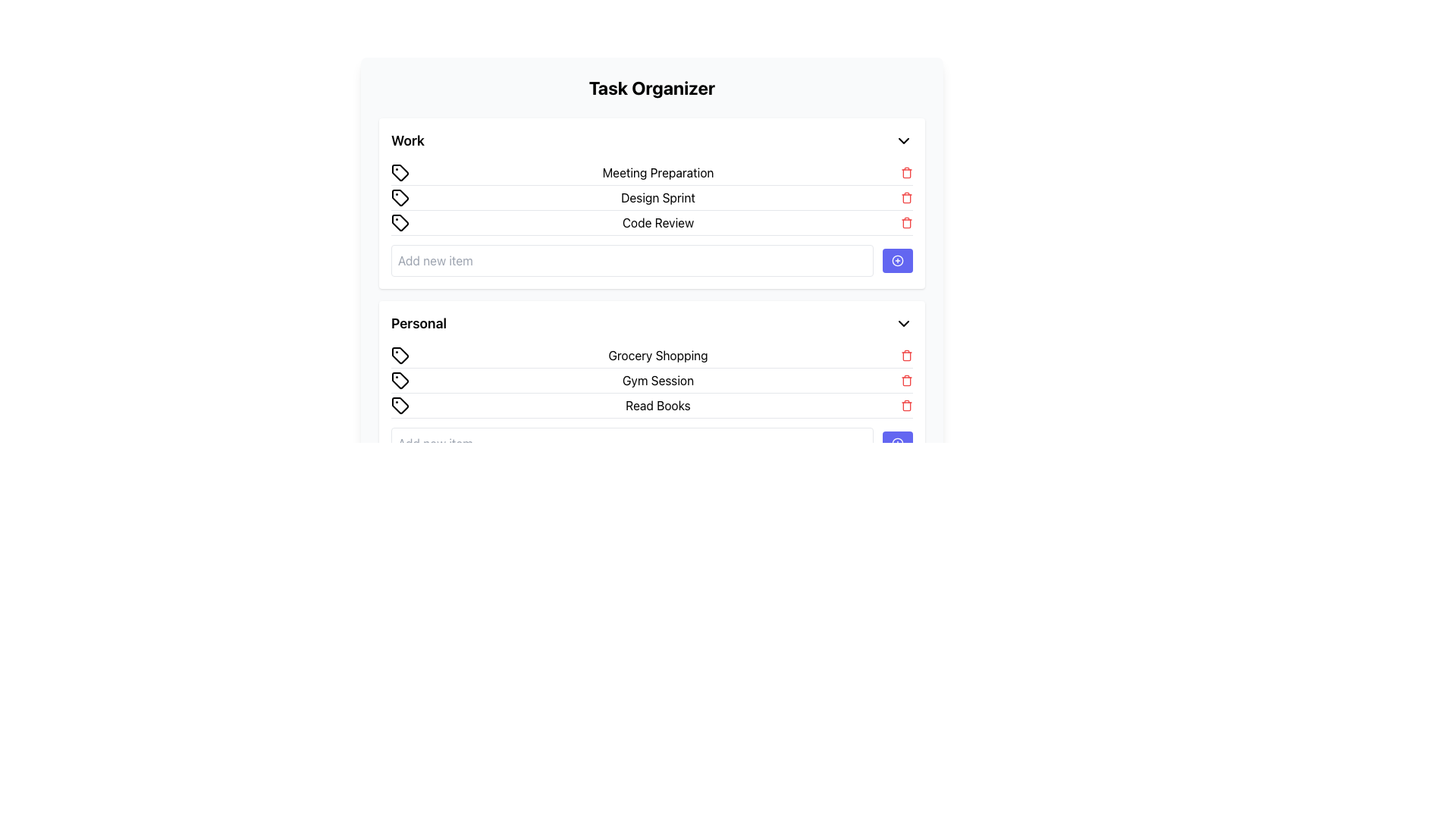 This screenshot has height=819, width=1456. Describe the element at coordinates (658, 405) in the screenshot. I see `the 'Read Books' text label, which is located in the 'Personal' category, in the third row below 'Grocery Shopping' and 'Gym Session', to the right of a tag icon` at that location.